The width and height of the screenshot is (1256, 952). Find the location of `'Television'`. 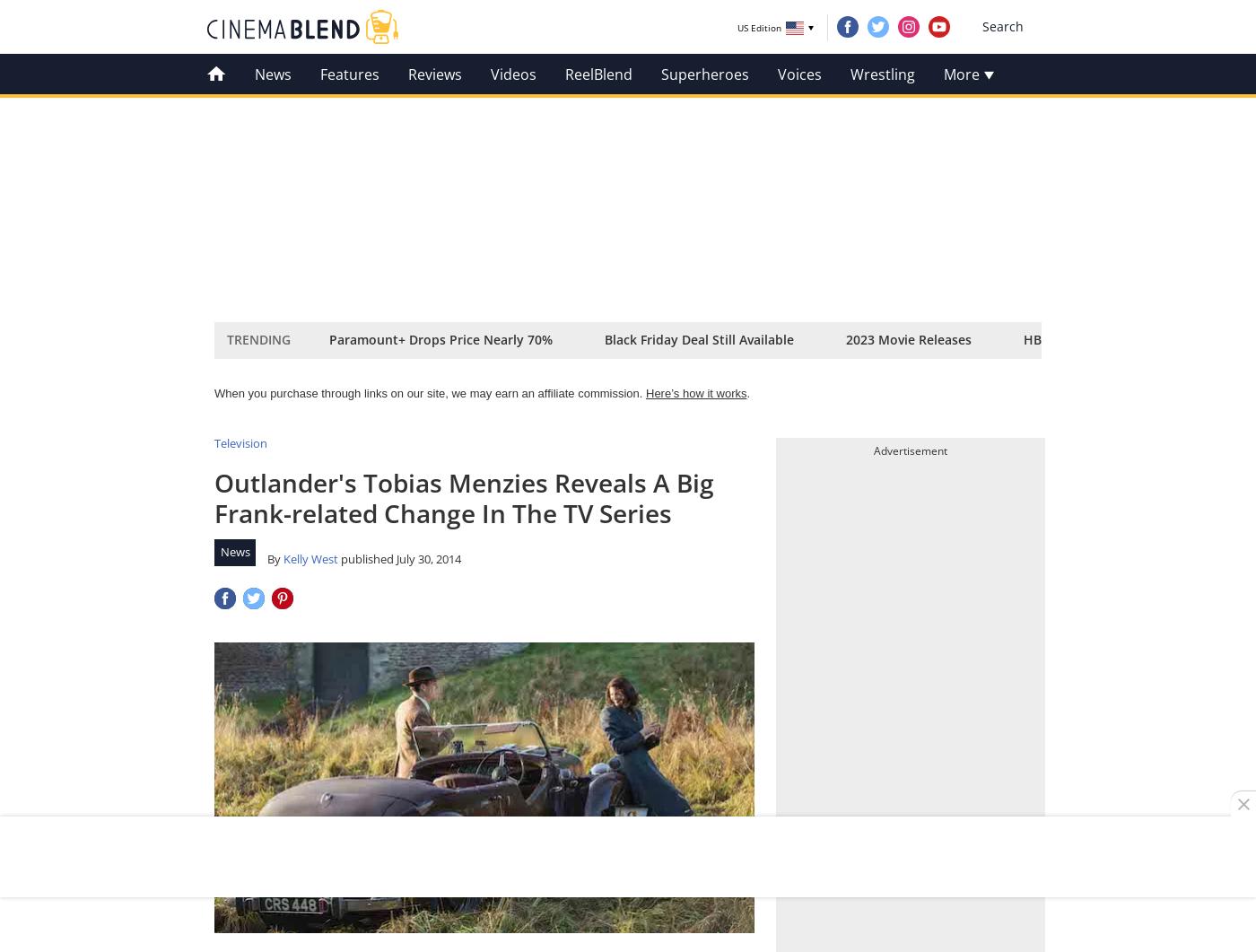

'Television' is located at coordinates (240, 443).